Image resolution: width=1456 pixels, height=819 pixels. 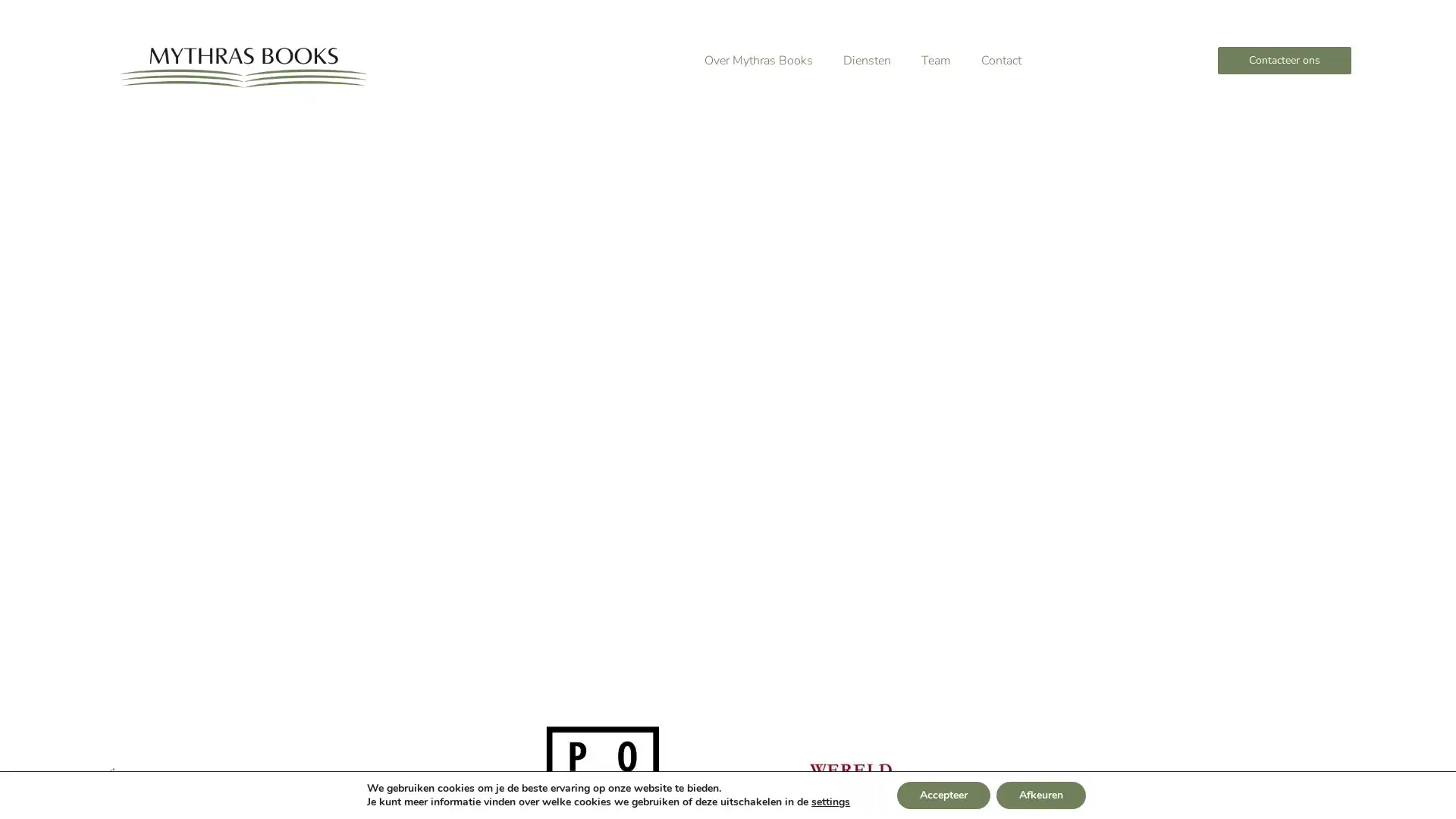 What do you see at coordinates (351, 421) in the screenshot?
I see `Neem contact op` at bounding box center [351, 421].